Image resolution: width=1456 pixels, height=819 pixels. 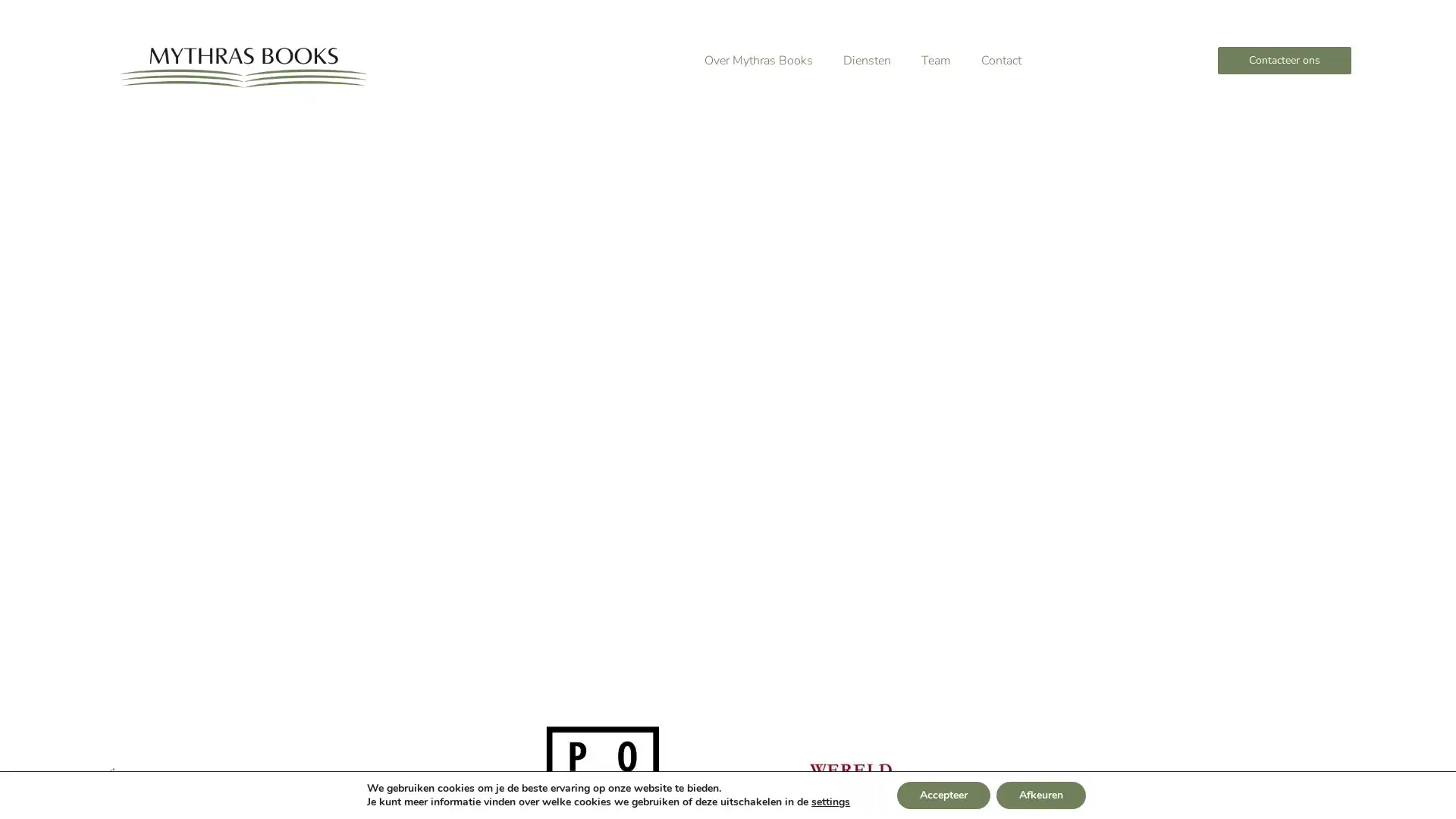 What do you see at coordinates (351, 421) in the screenshot?
I see `Neem contact op` at bounding box center [351, 421].